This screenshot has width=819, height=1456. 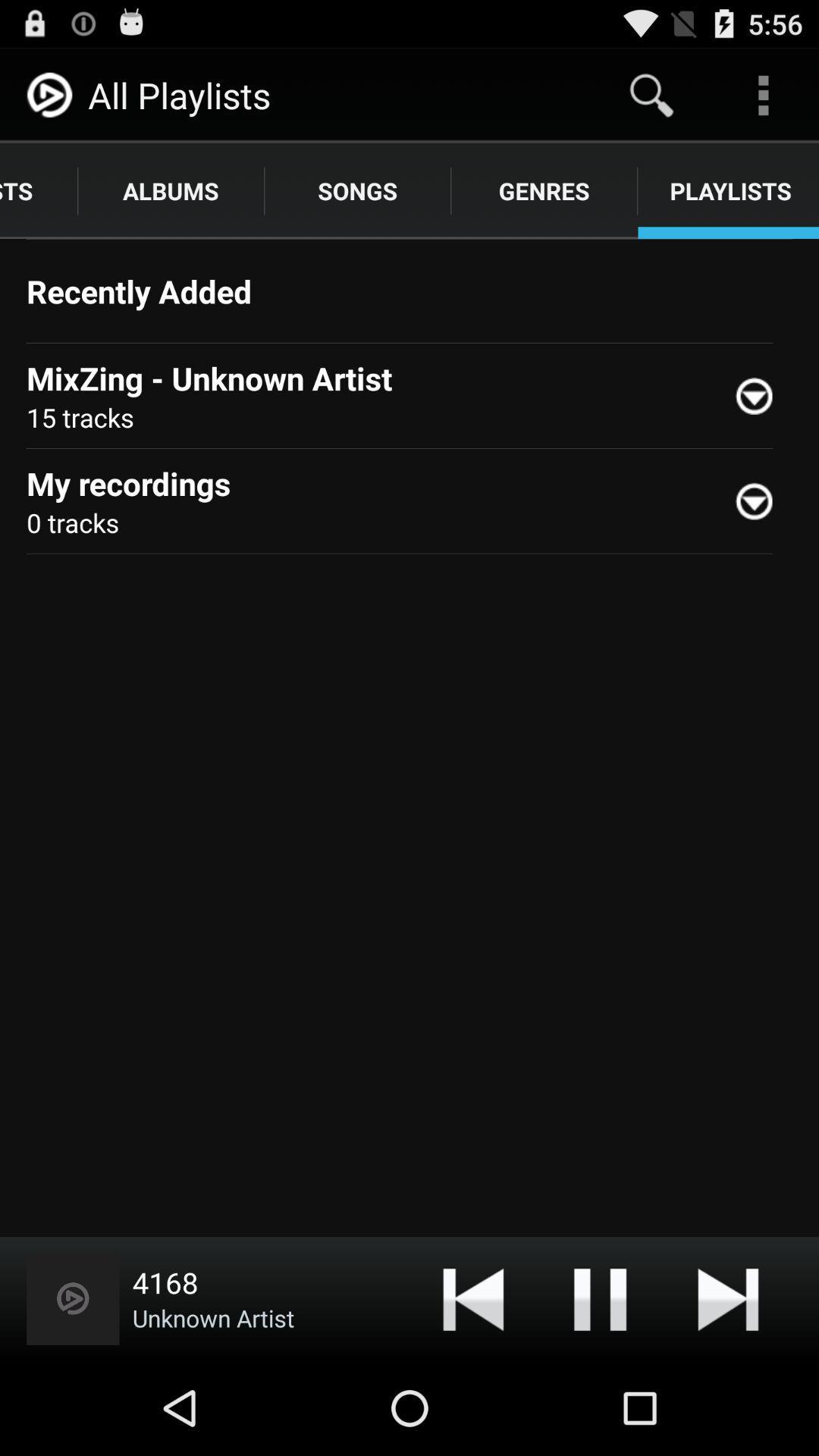 What do you see at coordinates (761, 536) in the screenshot?
I see `the expand_more icon` at bounding box center [761, 536].